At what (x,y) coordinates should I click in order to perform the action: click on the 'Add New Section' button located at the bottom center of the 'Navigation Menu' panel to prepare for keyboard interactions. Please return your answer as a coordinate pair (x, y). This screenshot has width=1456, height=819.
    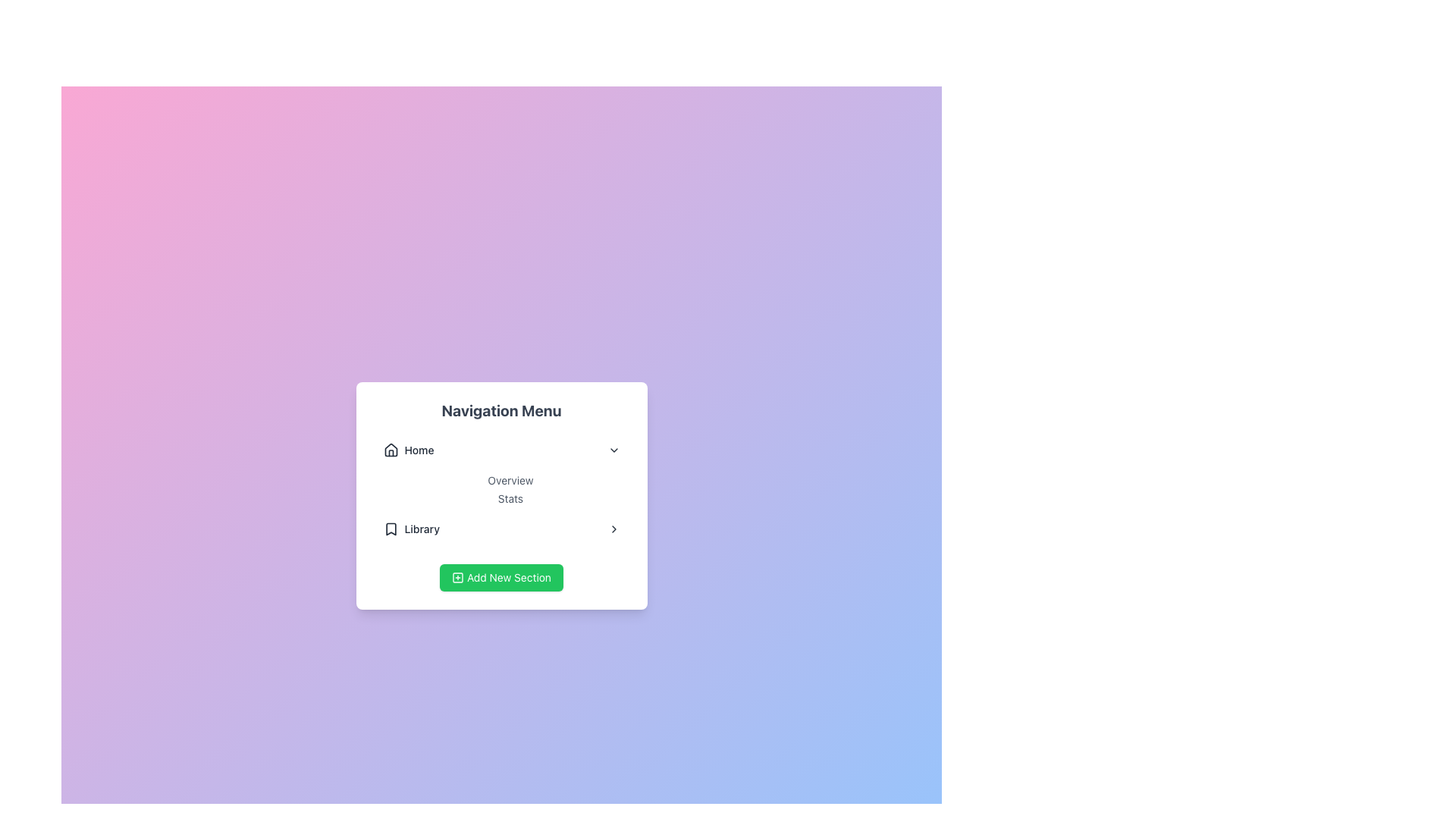
    Looking at the image, I should click on (501, 578).